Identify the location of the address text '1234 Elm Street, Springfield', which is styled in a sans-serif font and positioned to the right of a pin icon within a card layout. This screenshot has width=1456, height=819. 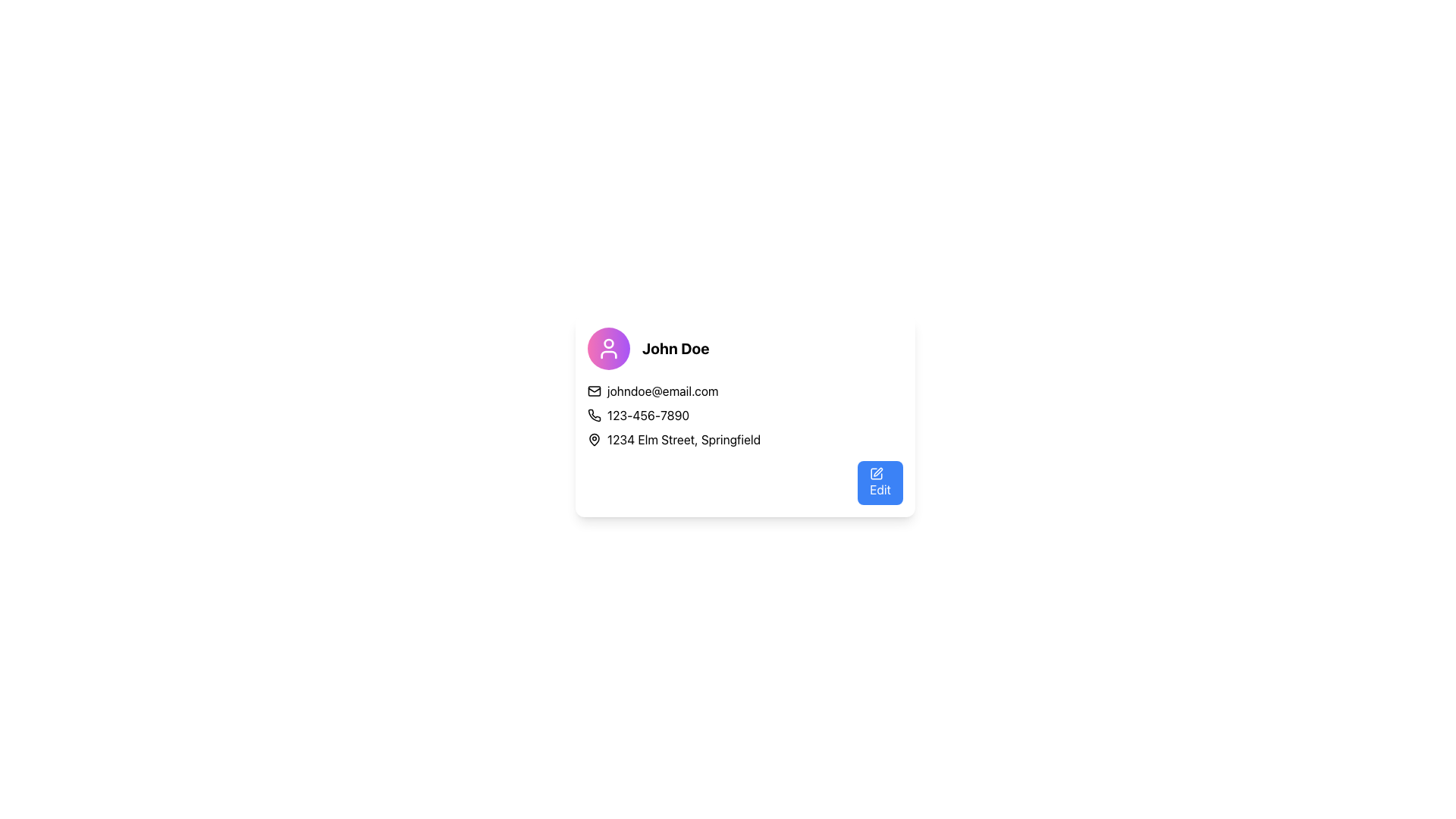
(683, 439).